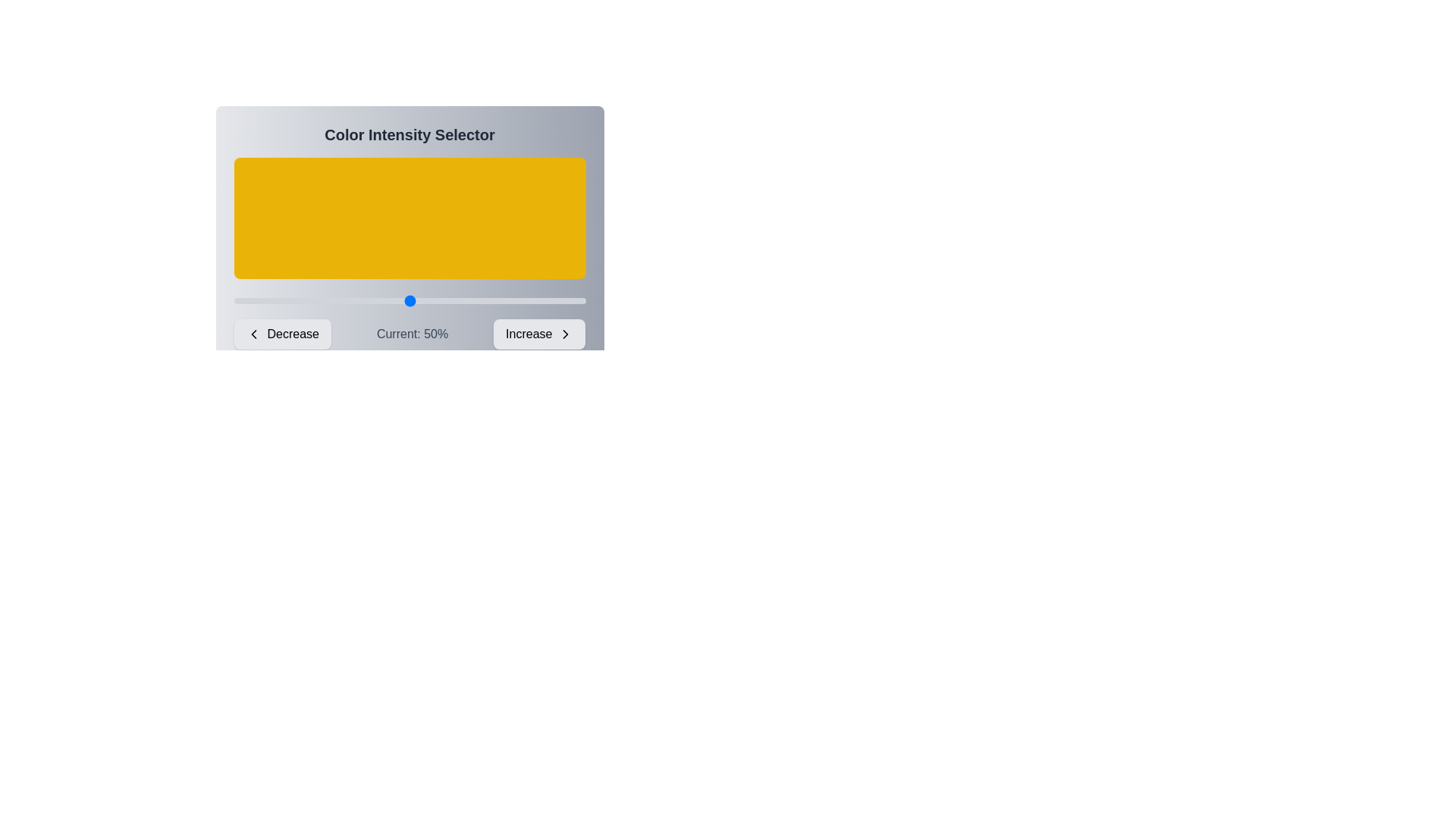  What do you see at coordinates (253, 333) in the screenshot?
I see `the chevron-shaped arrow icon pointing left, which is styled as a backward navigation icon located in the bottom-left section of the interface, near the 'Decrease' button` at bounding box center [253, 333].